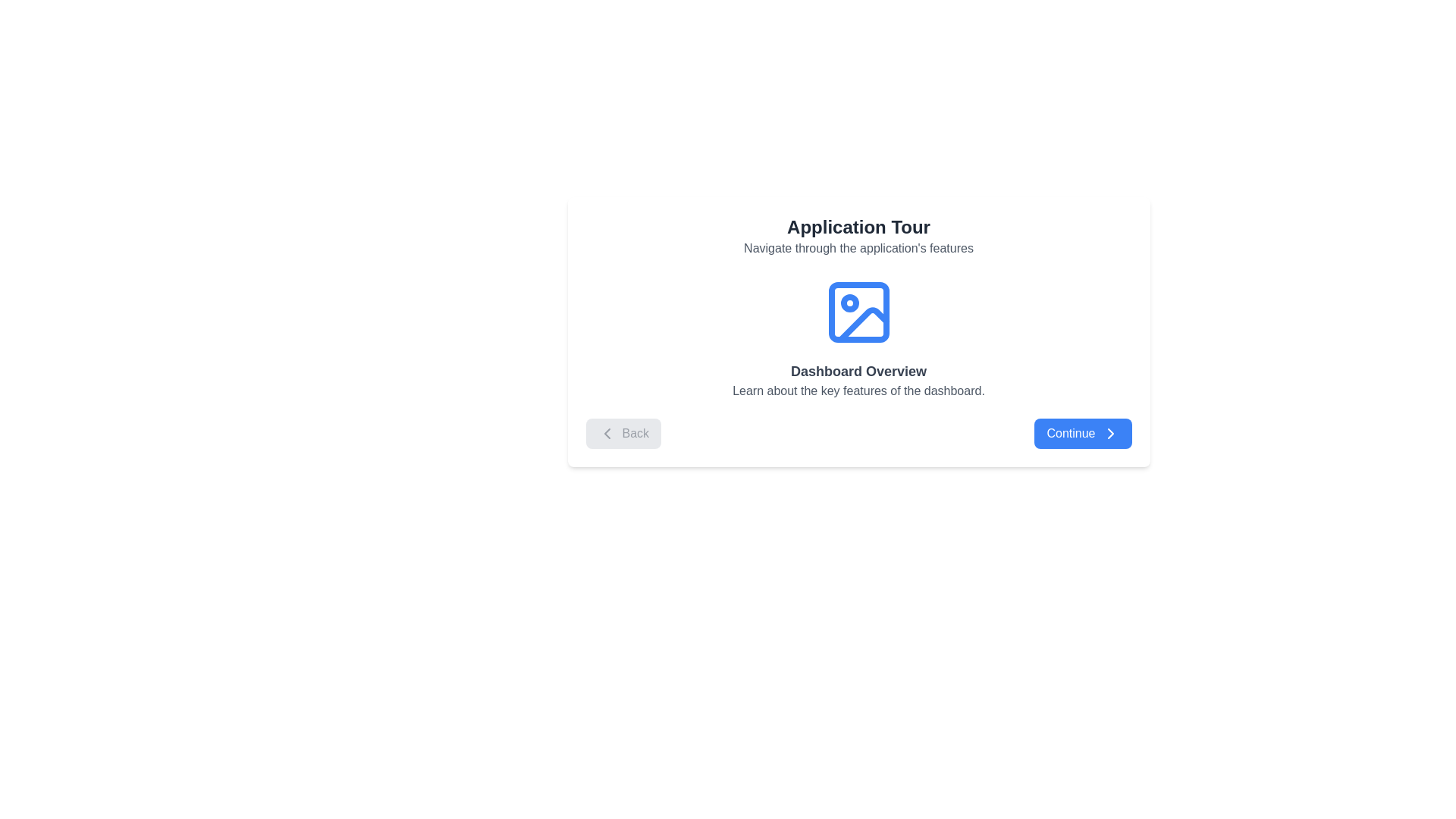 The height and width of the screenshot is (819, 1456). Describe the element at coordinates (1110, 433) in the screenshot. I see `the forward navigation icon located at the far right side of the 'Continue' button` at that location.